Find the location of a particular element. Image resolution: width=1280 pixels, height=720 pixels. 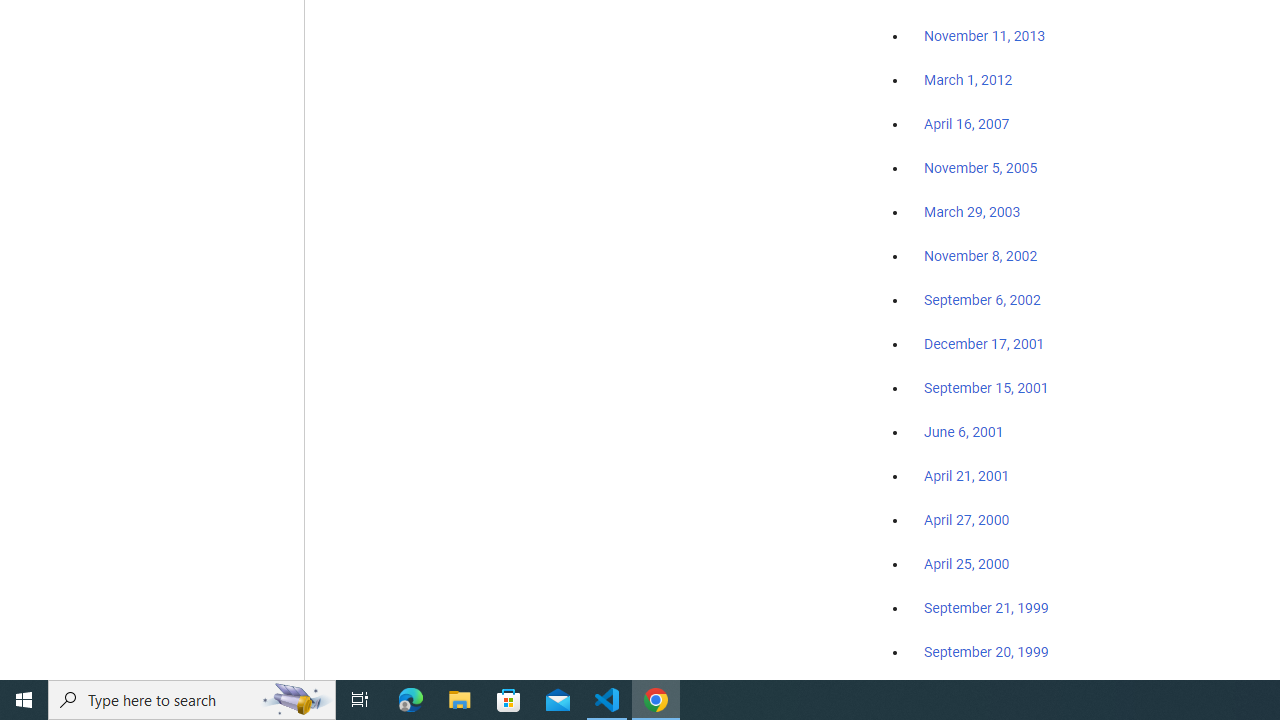

'November 11, 2013' is located at coordinates (984, 37).